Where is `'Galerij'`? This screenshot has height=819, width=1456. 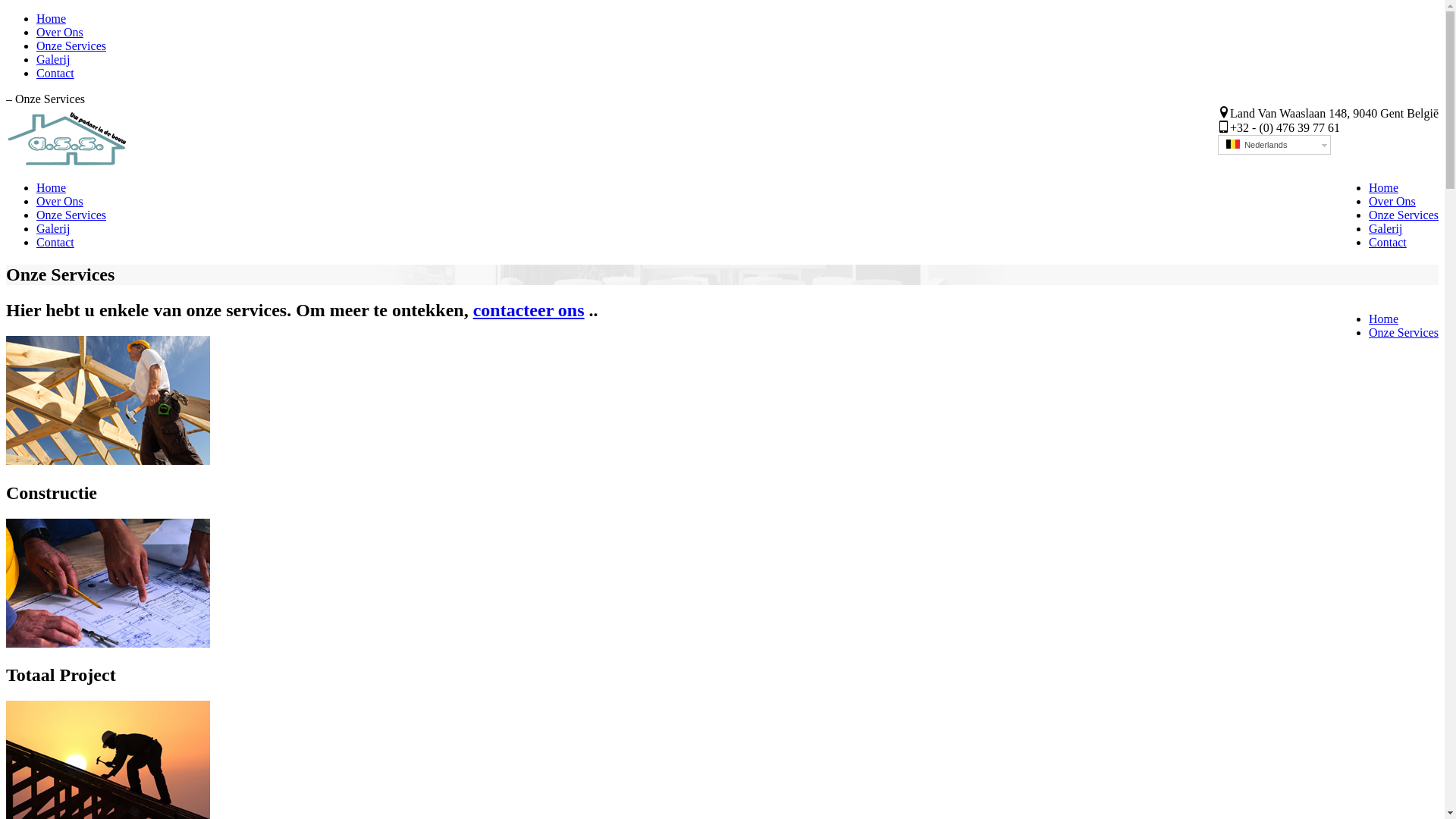 'Galerij' is located at coordinates (53, 58).